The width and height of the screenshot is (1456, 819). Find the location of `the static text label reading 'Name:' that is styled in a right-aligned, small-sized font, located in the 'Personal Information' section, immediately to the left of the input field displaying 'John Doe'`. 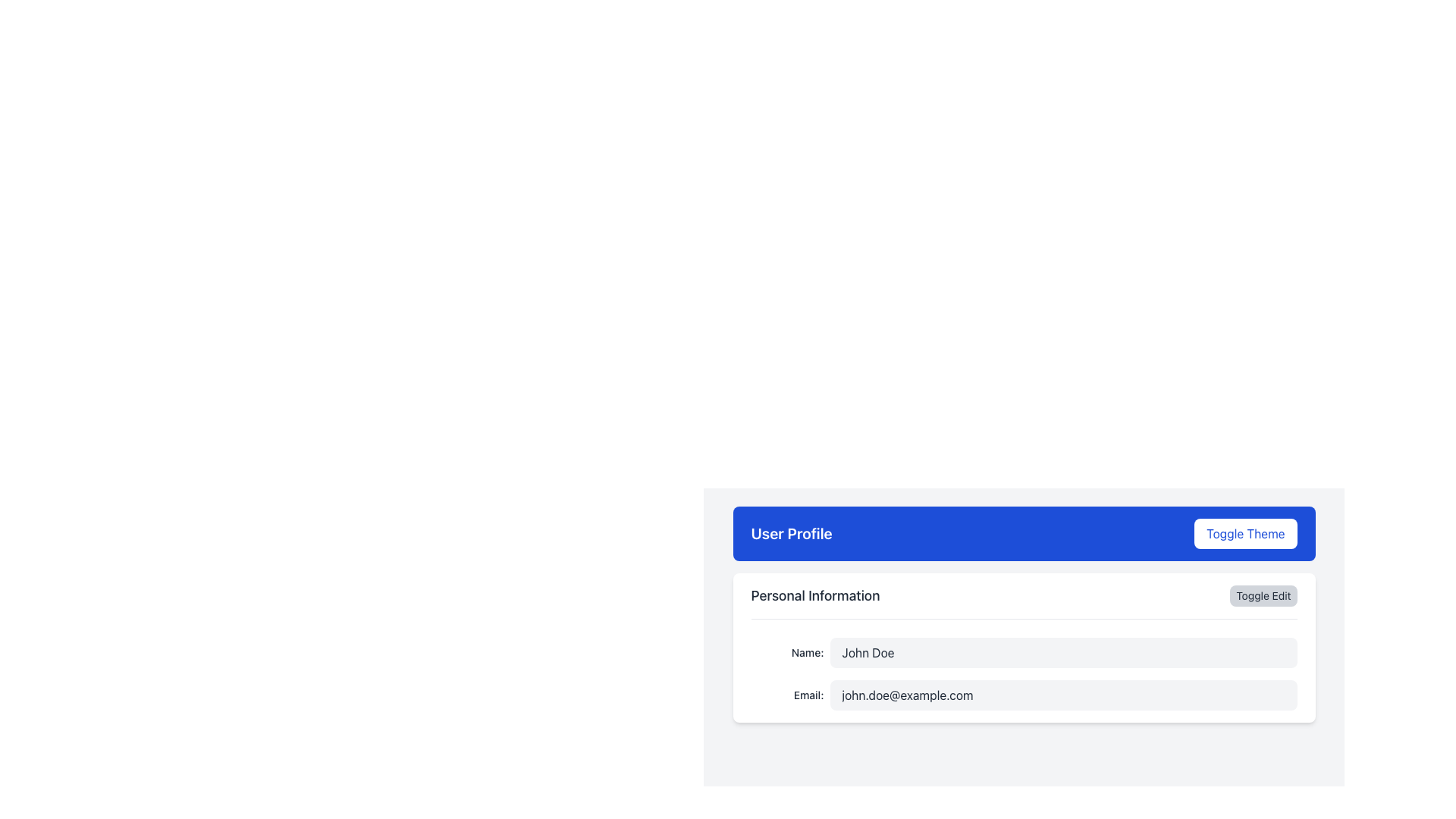

the static text label reading 'Name:' that is styled in a right-aligned, small-sized font, located in the 'Personal Information' section, immediately to the left of the input field displaying 'John Doe' is located at coordinates (787, 651).